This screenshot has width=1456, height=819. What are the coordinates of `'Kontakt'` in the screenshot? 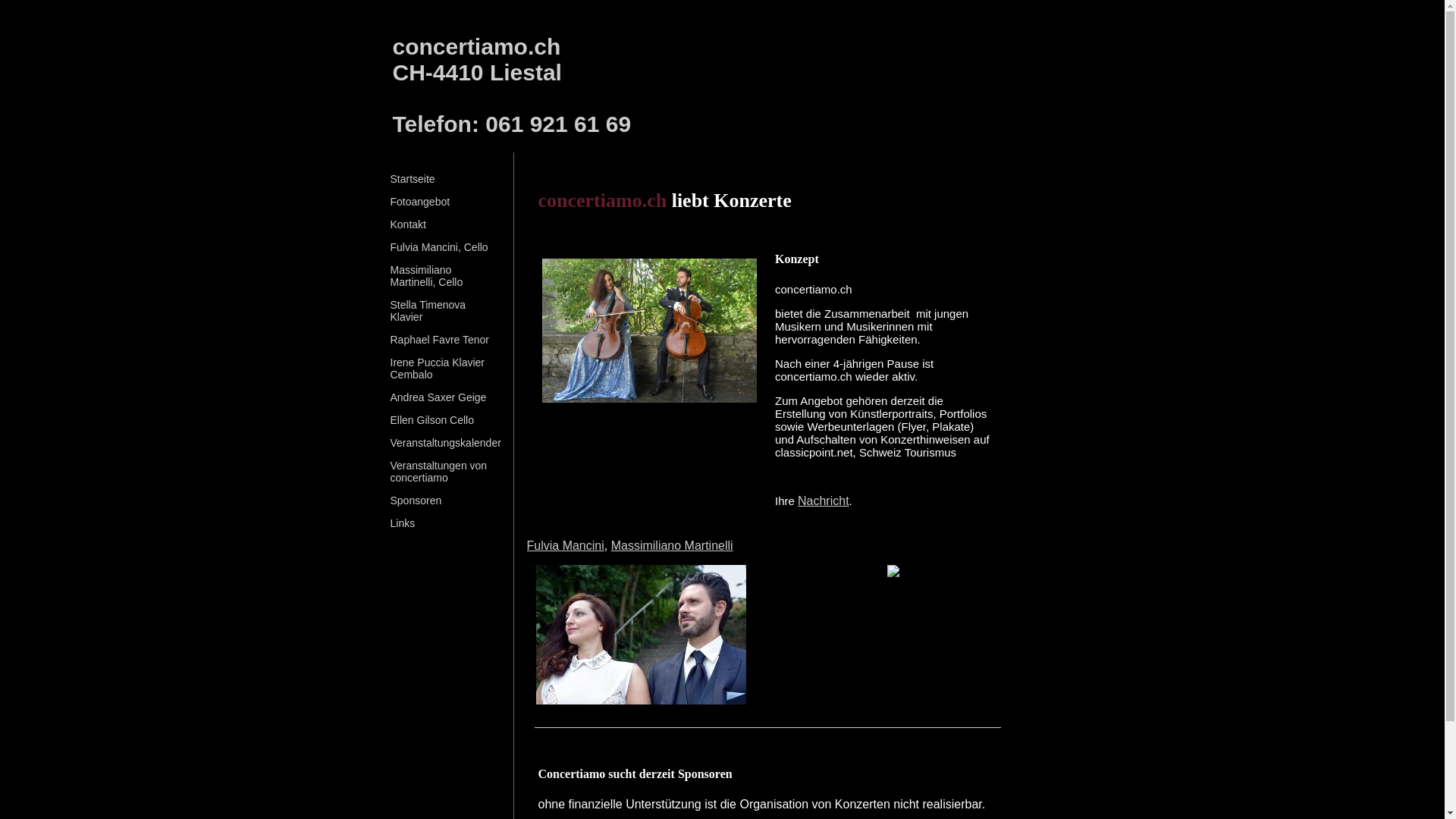 It's located at (407, 230).